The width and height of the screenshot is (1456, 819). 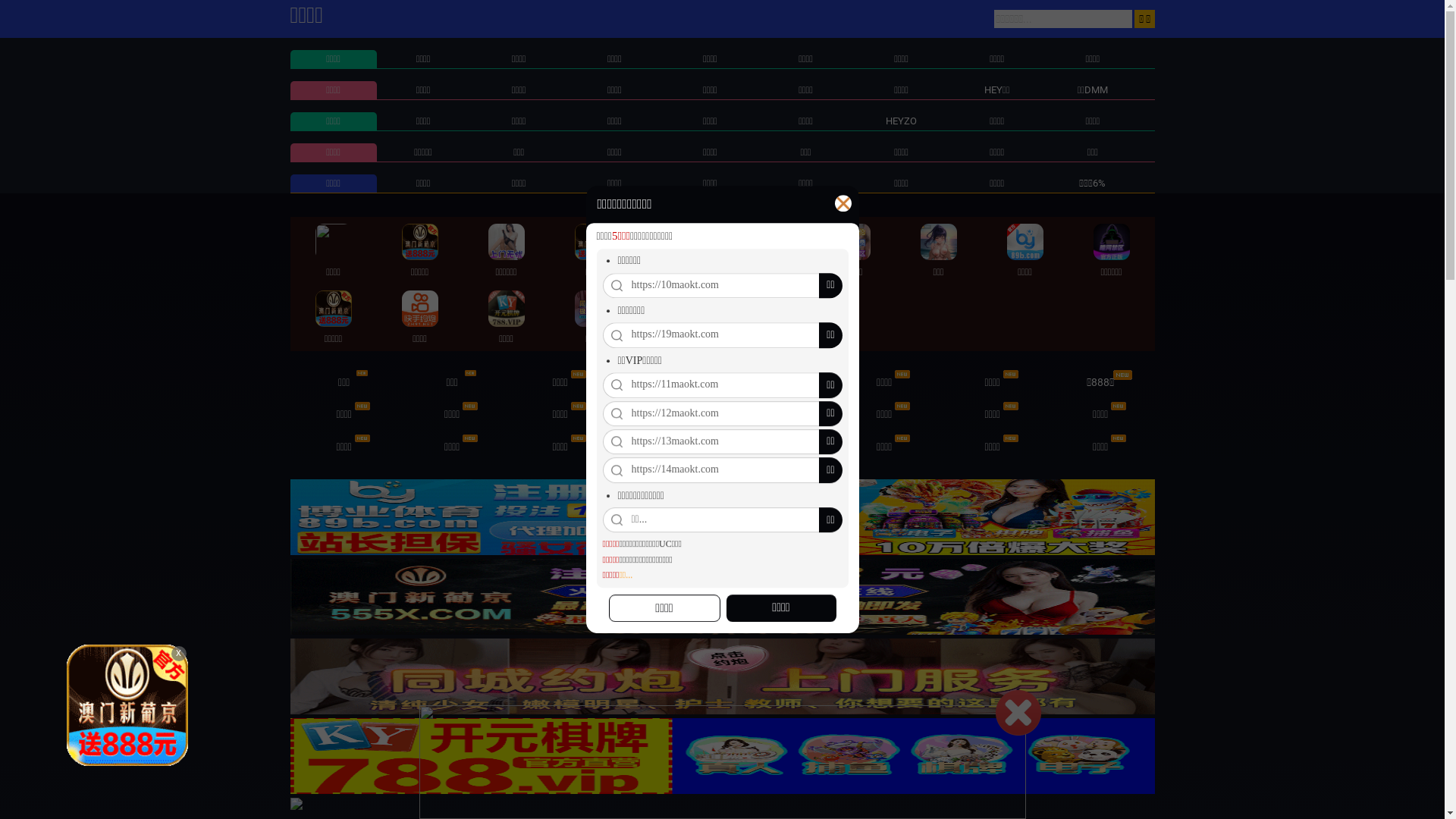 I want to click on 'HEYZO', so click(x=901, y=120).